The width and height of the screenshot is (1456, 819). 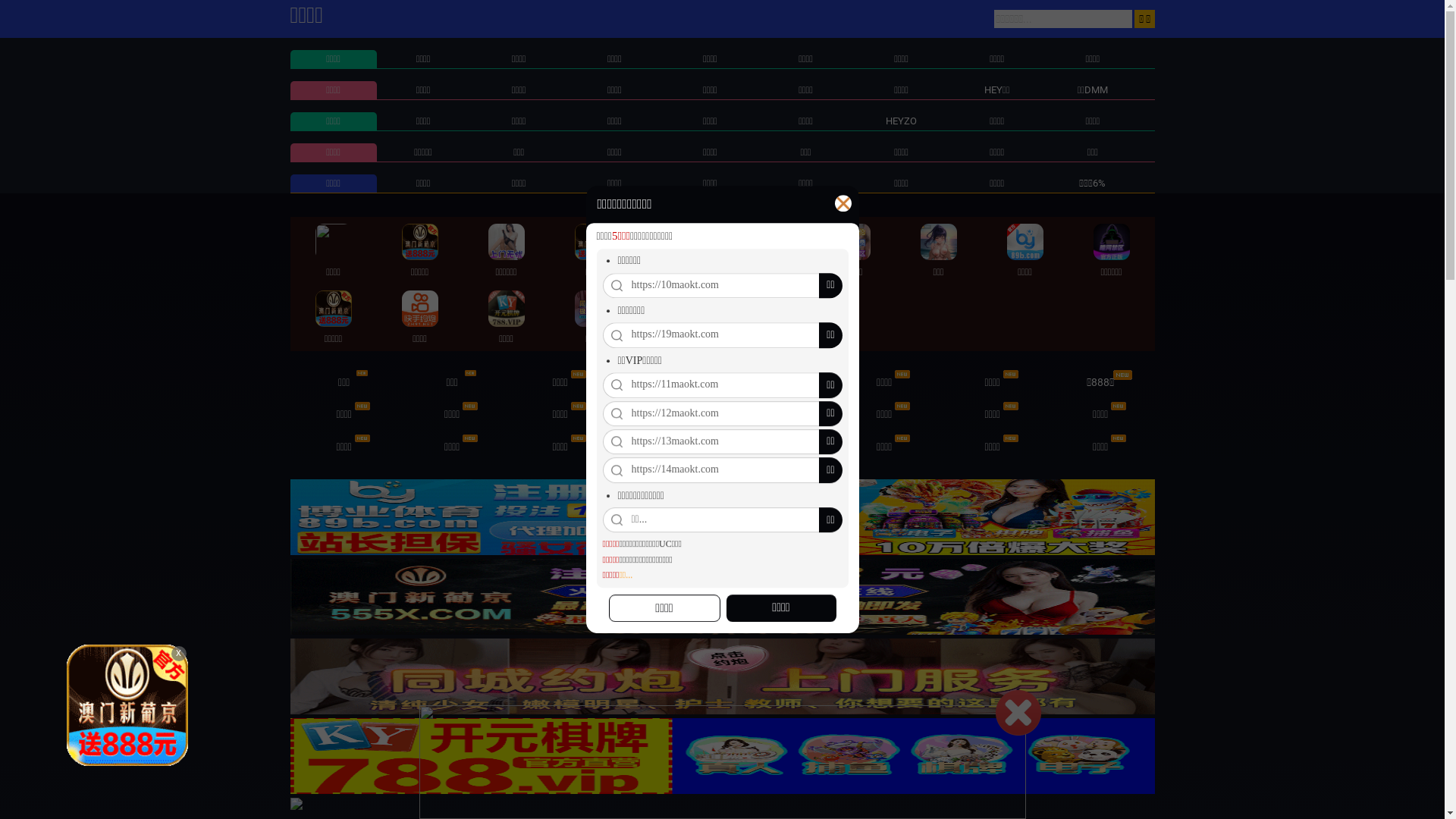 I want to click on 'HEYZO', so click(x=901, y=120).